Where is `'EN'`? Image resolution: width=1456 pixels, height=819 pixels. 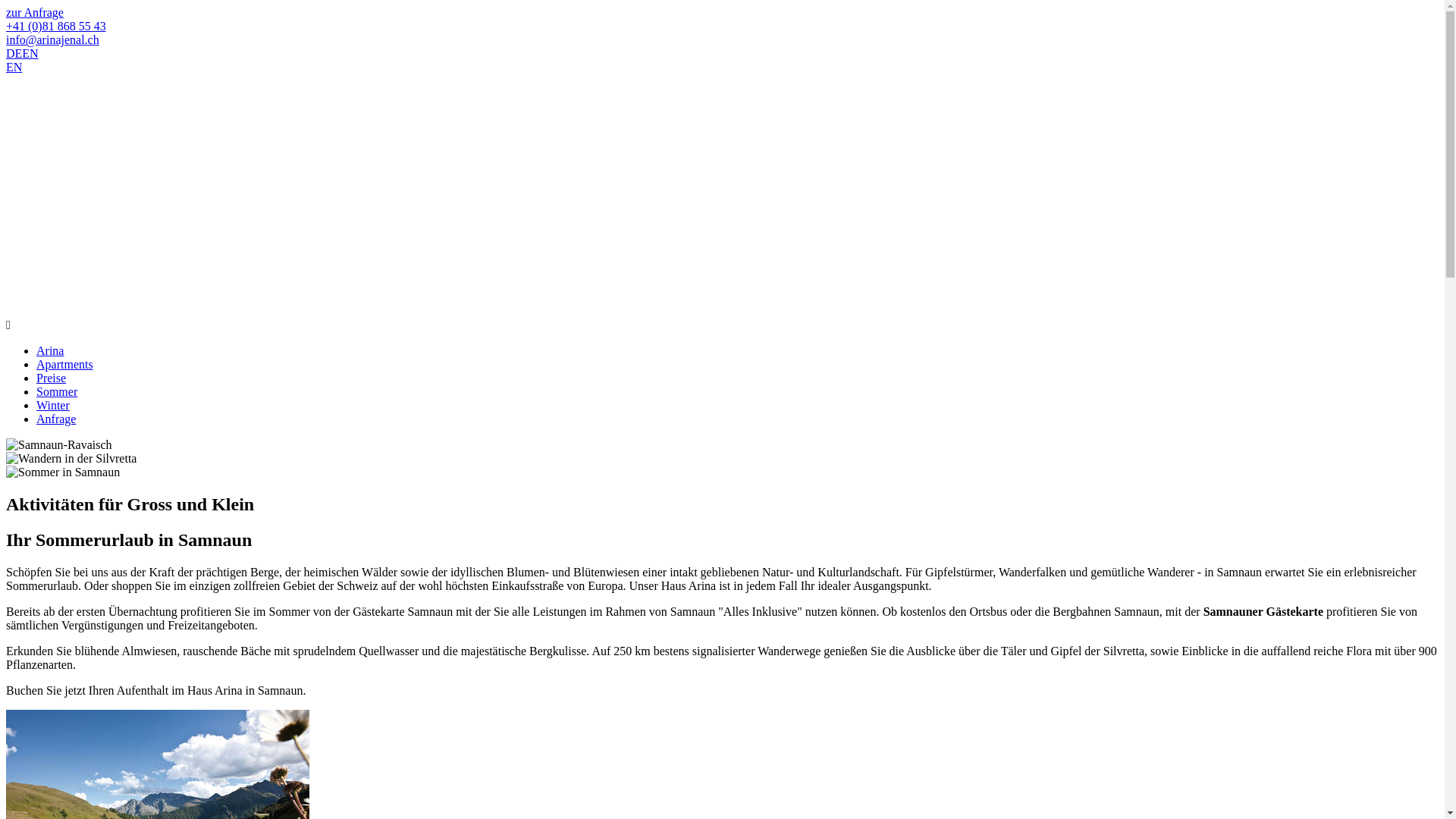 'EN' is located at coordinates (14, 66).